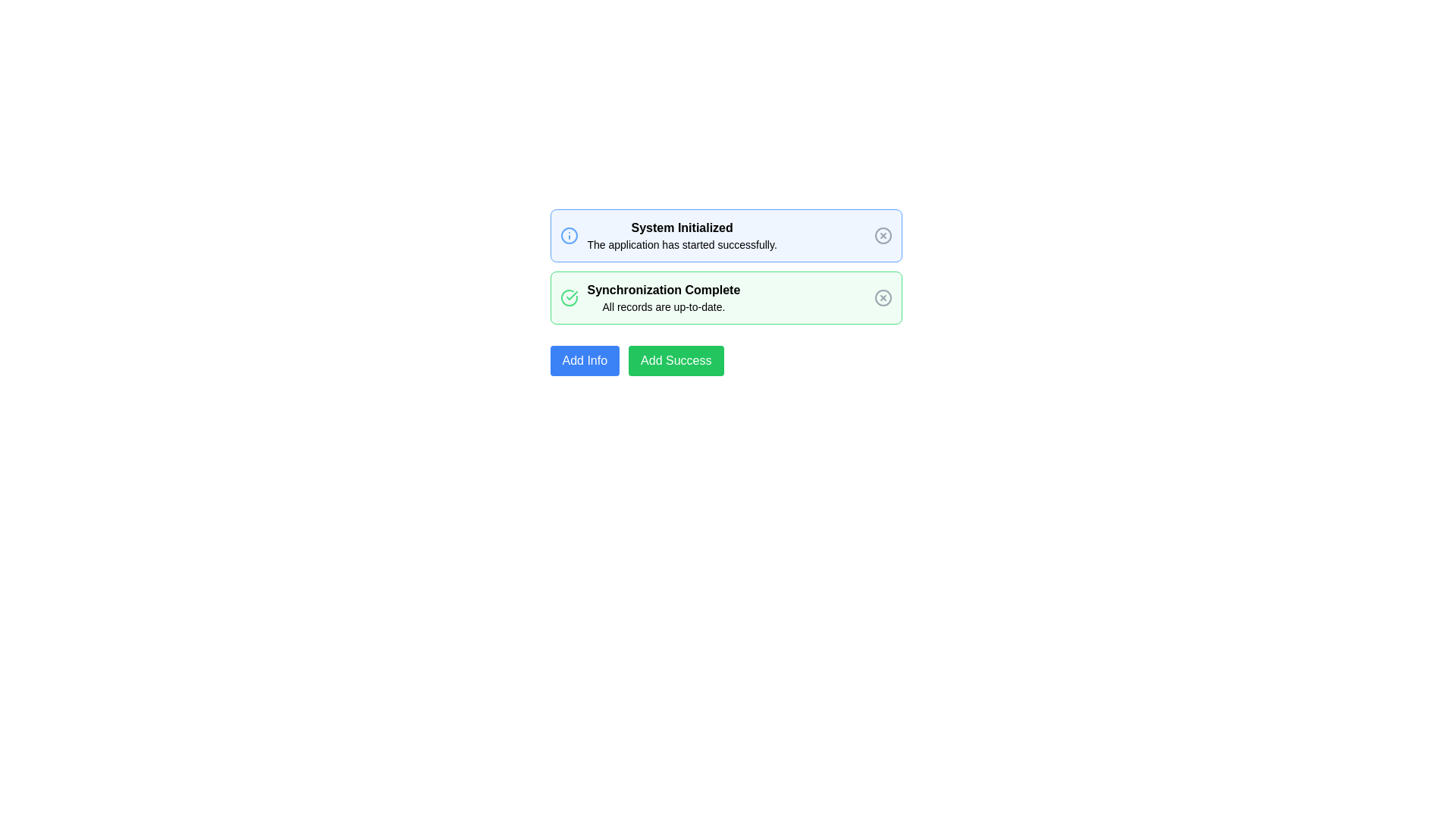  I want to click on the circular icon with a green outline and a checkmark symbol located to the left of the 'Synchronization Complete' text in the notification card, so click(568, 298).